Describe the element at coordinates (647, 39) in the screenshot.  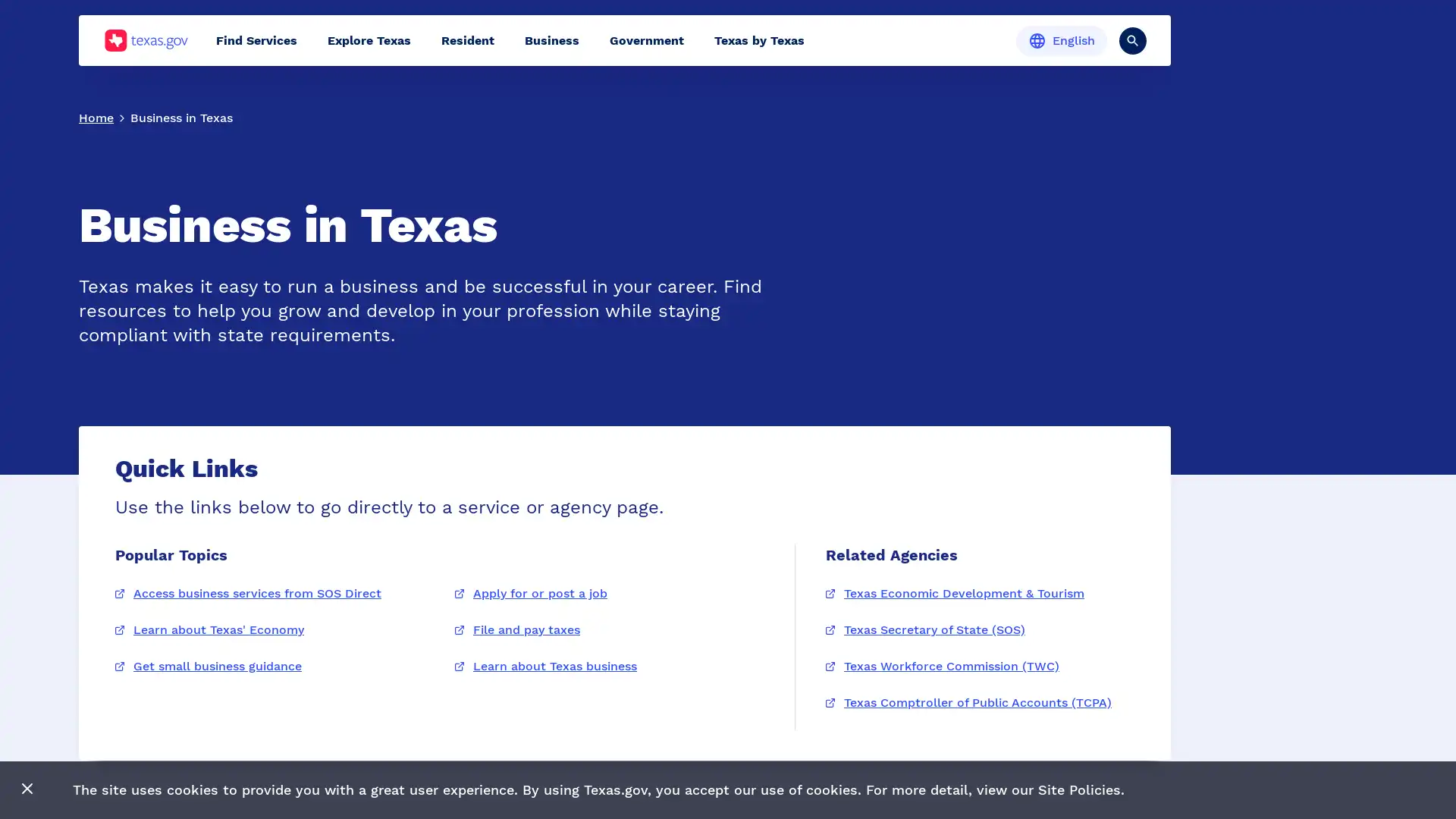
I see `Government` at that location.